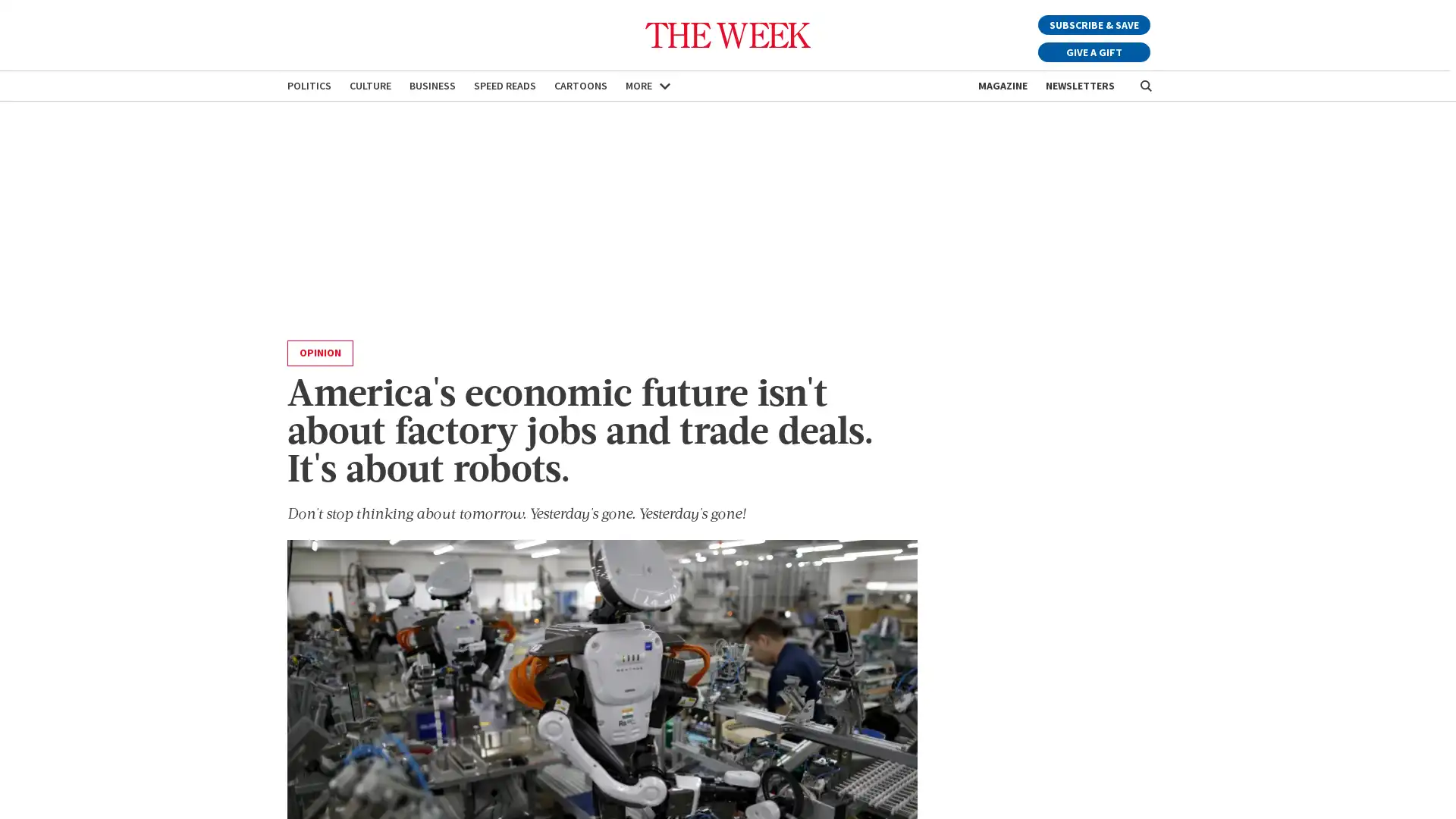  Describe the element at coordinates (1146, 86) in the screenshot. I see `Search` at that location.